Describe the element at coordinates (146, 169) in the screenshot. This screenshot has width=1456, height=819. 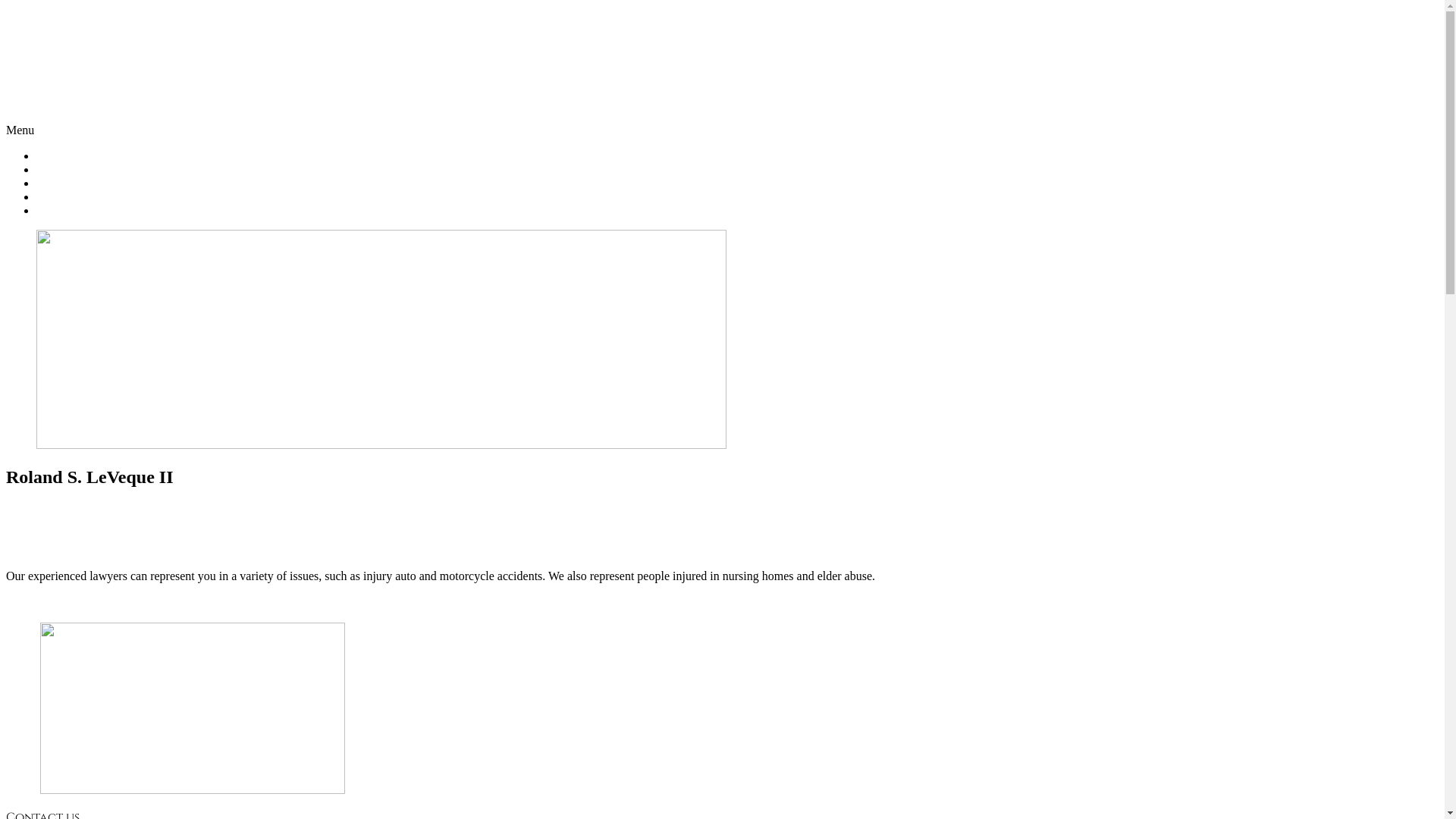
I see `'AUTO AND MOTORCYCLE ACCIDENTS'` at that location.